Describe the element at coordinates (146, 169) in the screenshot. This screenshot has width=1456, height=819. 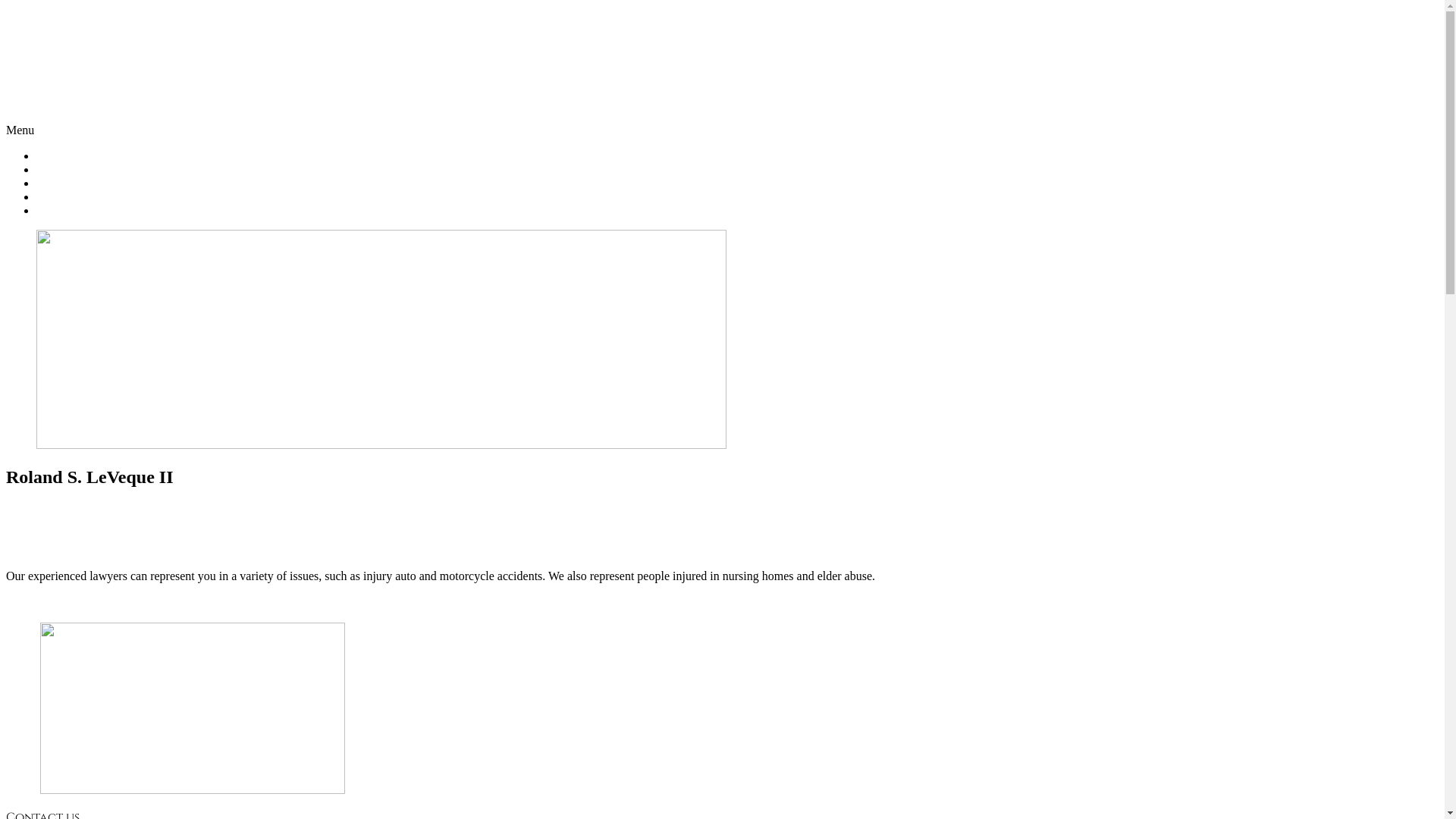
I see `'AUTO AND MOTORCYCLE ACCIDENTS'` at that location.